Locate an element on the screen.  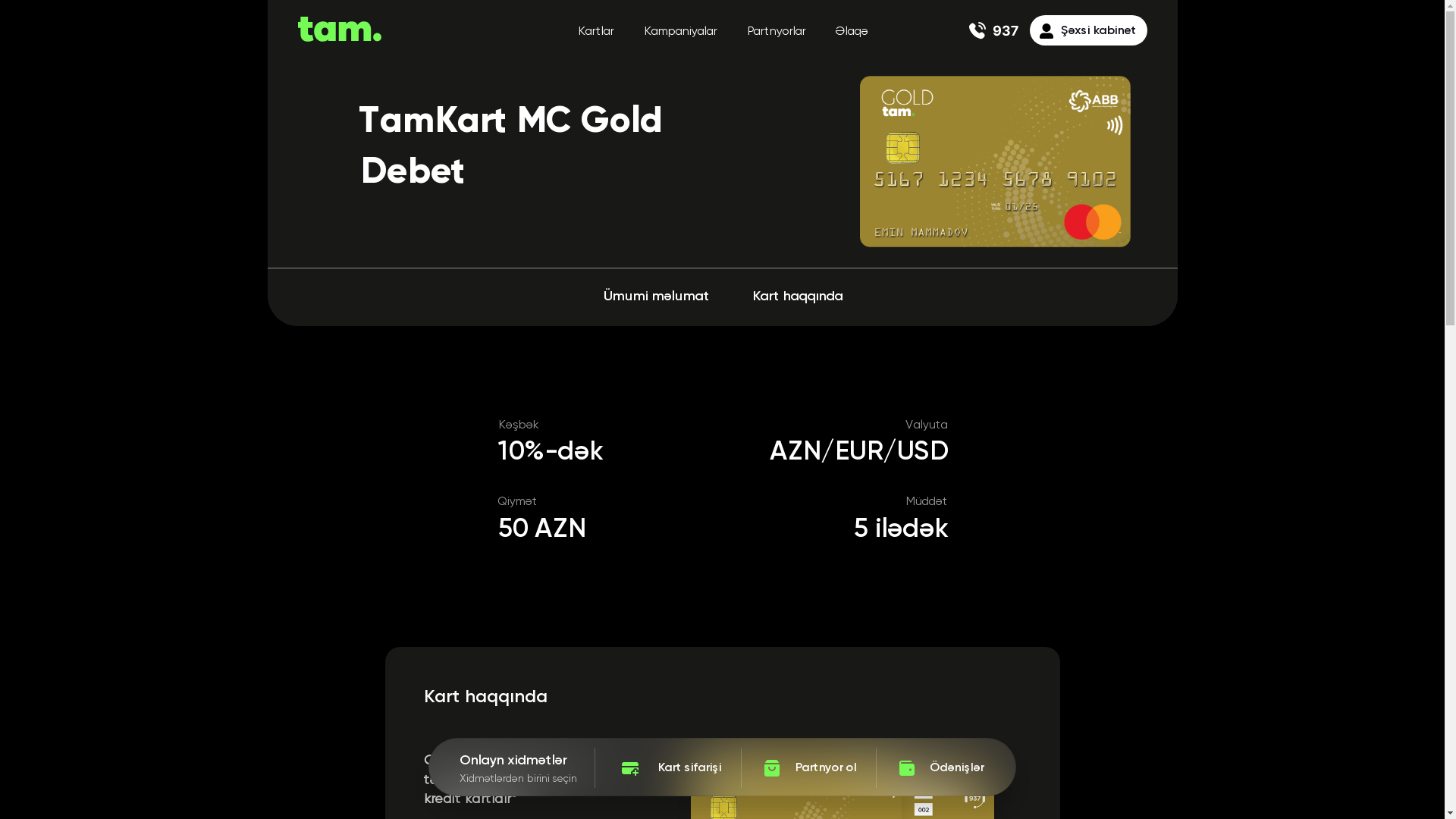
'Partnyorlar' is located at coordinates (775, 32).